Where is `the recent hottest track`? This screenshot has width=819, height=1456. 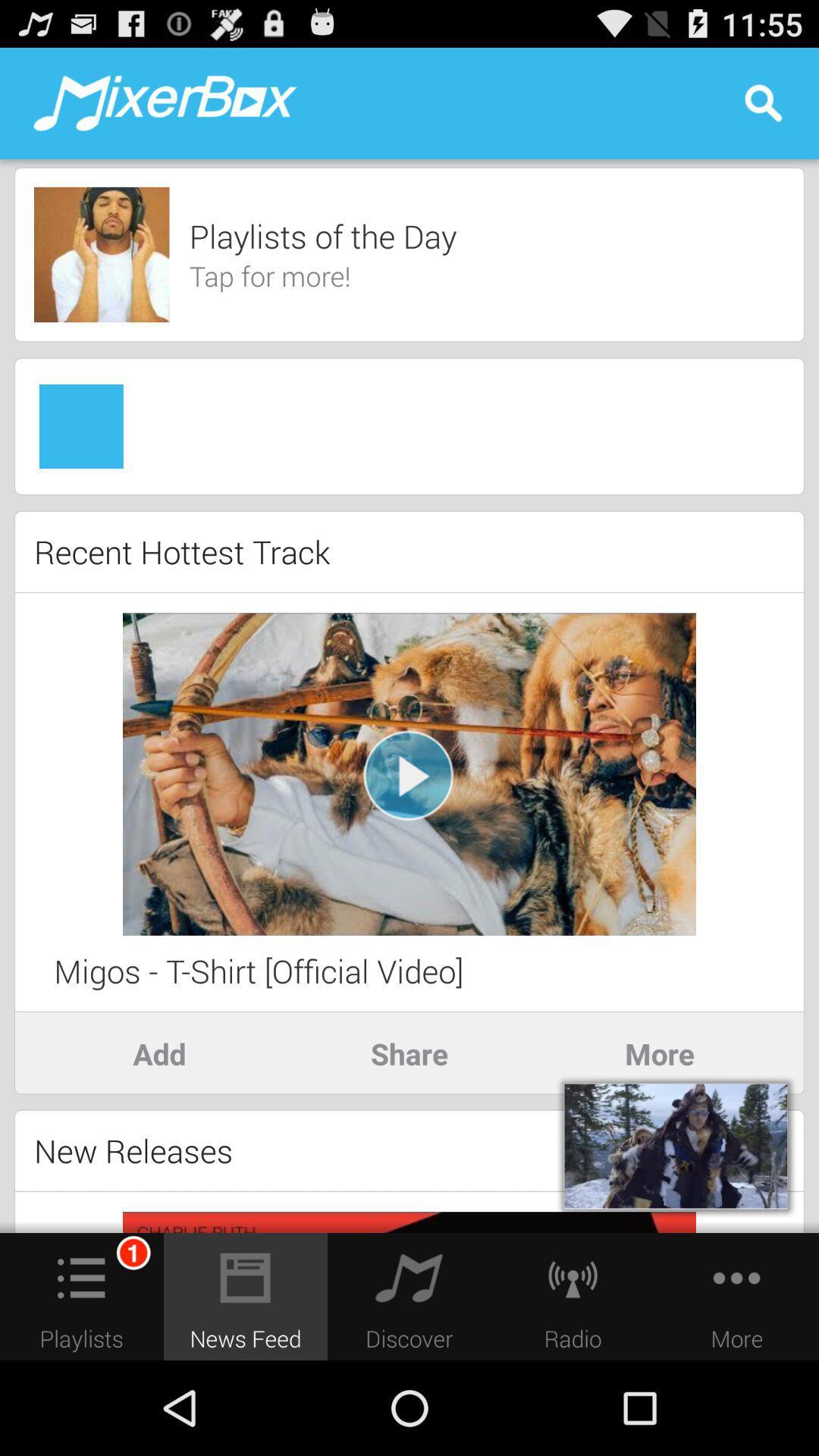 the recent hottest track is located at coordinates (181, 551).